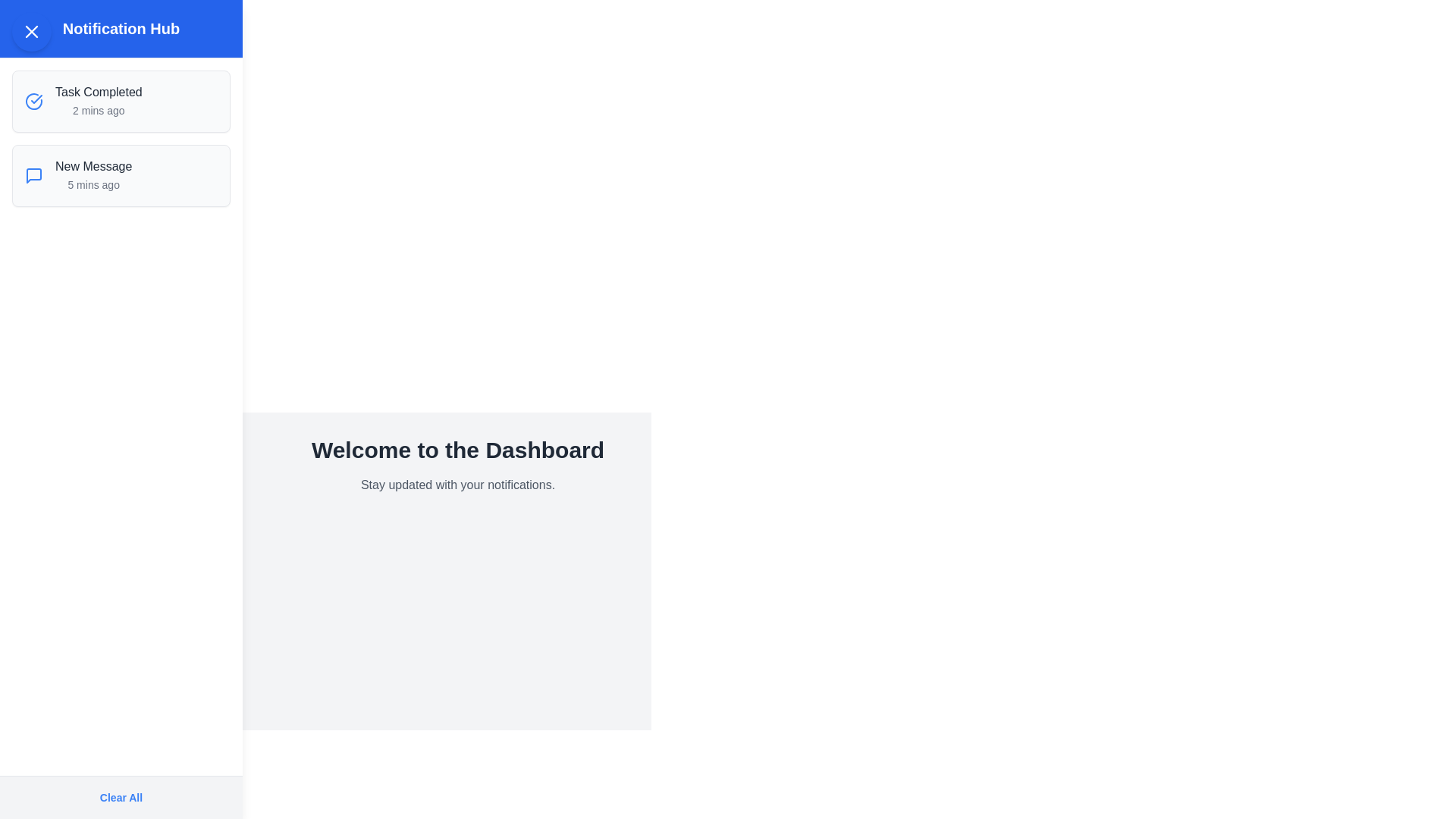 The height and width of the screenshot is (819, 1456). What do you see at coordinates (93, 166) in the screenshot?
I see `text content of the title in the second notification item in the 'Notification Hub' panel, located below the 'Task Completed' notification` at bounding box center [93, 166].